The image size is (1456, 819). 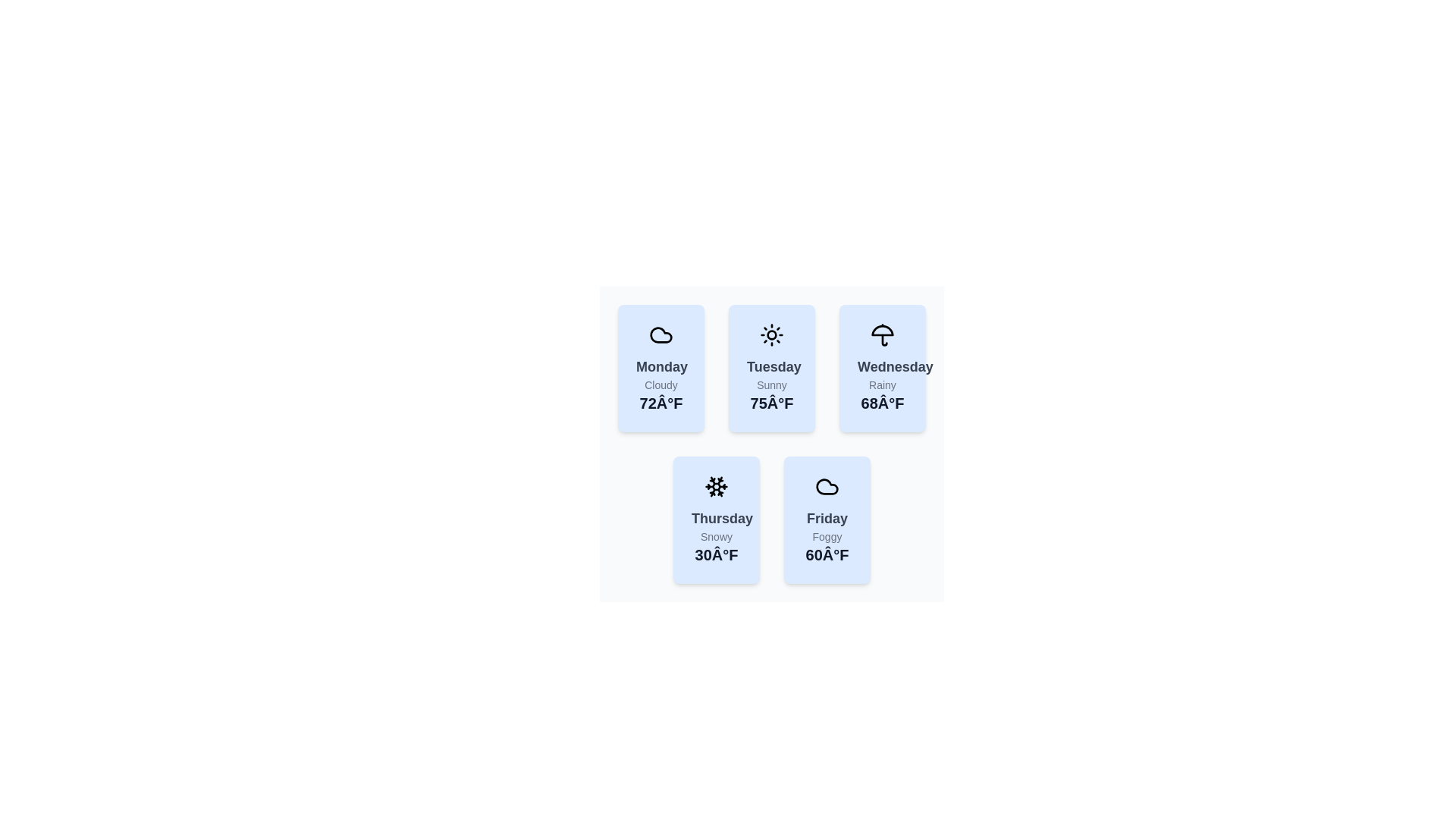 What do you see at coordinates (882, 384) in the screenshot?
I see `the Text Label that indicates the type of weather associated with the 'Wednesday' forecast, located in the middle column of the top row within the grid layout` at bounding box center [882, 384].